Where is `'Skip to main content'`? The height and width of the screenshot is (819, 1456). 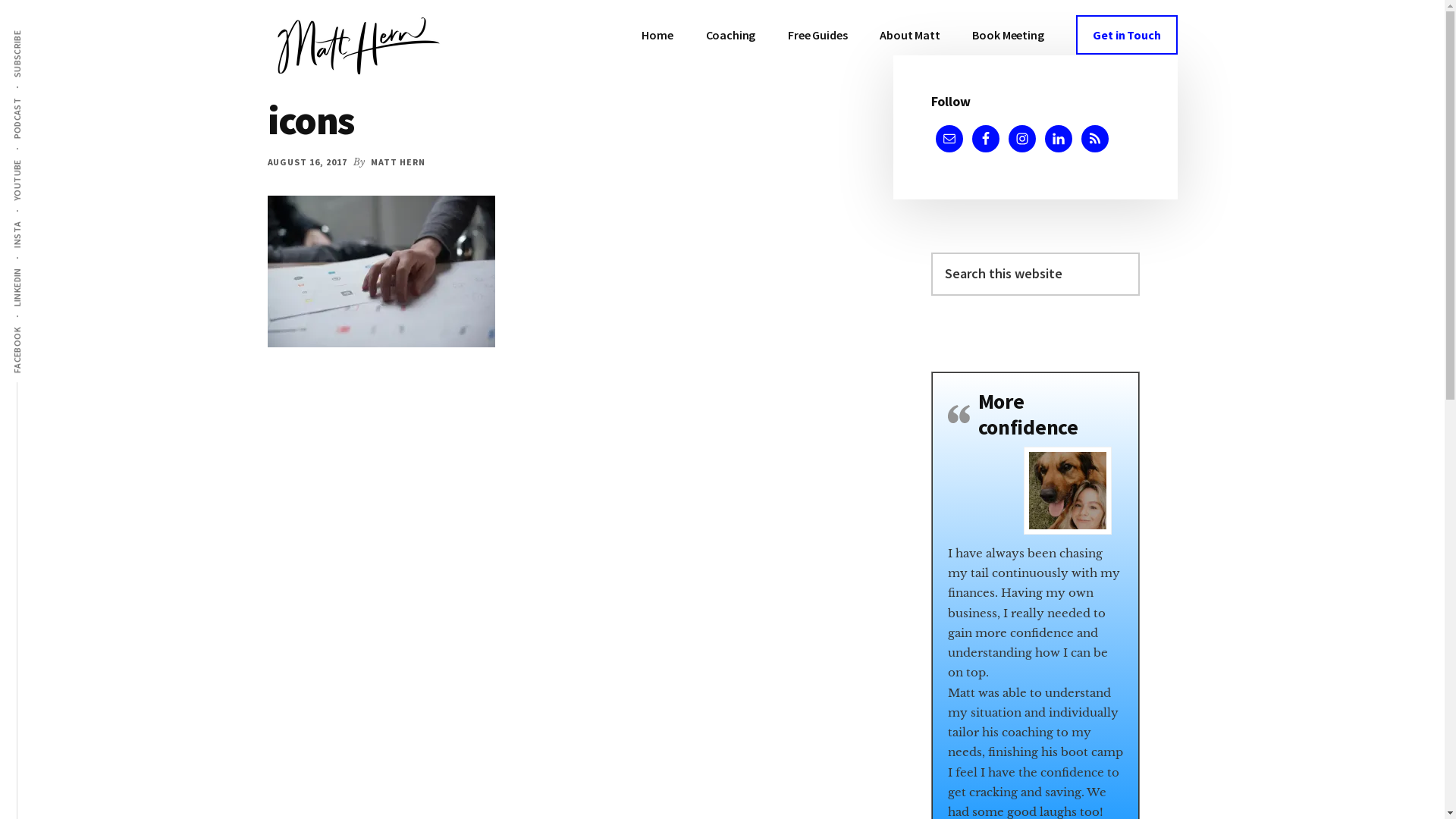 'Skip to main content' is located at coordinates (0, 0).